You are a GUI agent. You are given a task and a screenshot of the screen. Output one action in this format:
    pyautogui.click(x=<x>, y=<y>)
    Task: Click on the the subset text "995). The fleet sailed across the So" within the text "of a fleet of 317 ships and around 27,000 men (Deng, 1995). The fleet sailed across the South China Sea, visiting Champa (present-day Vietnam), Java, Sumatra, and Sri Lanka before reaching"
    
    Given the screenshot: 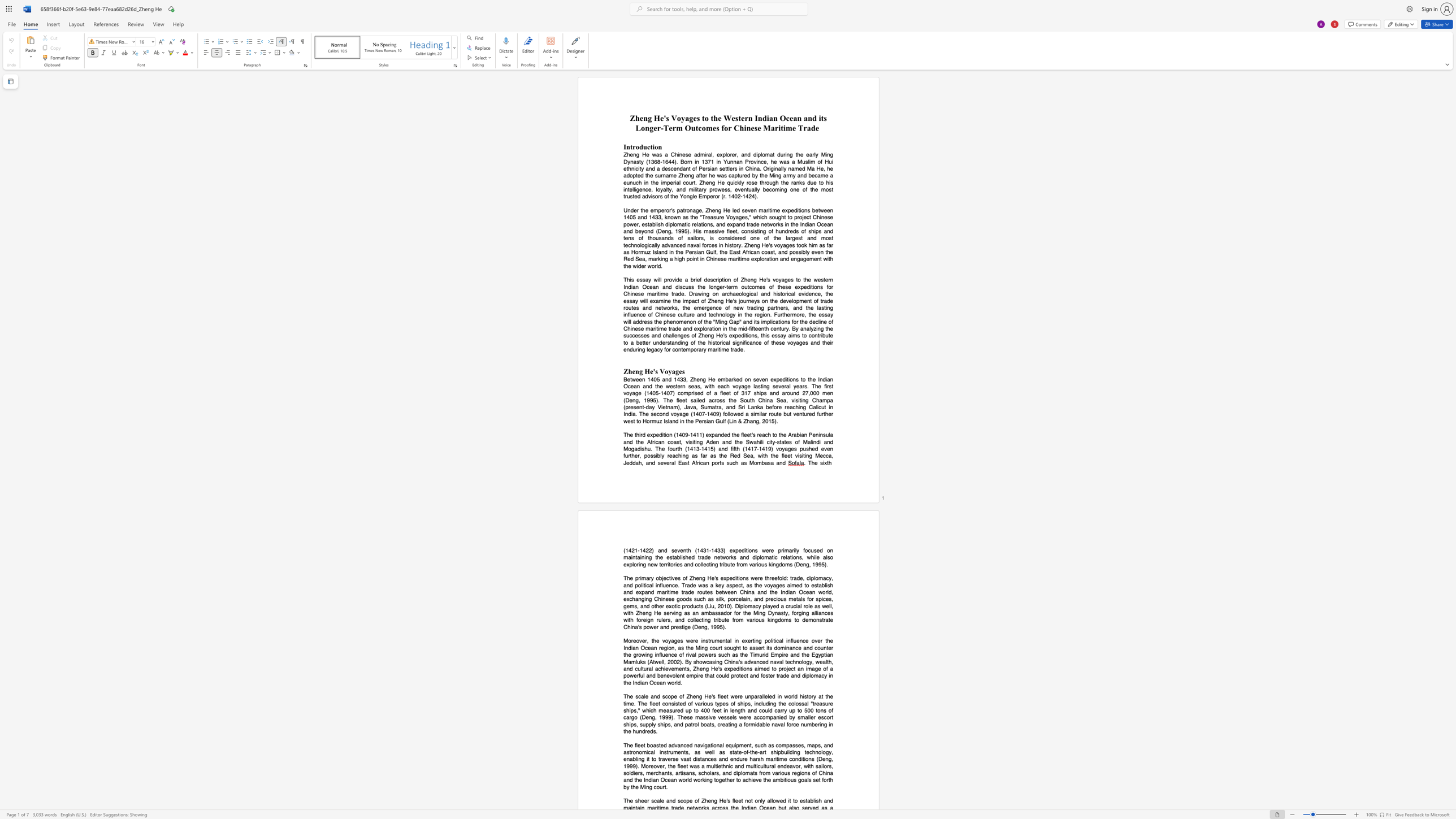 What is the action you would take?
    pyautogui.click(x=647, y=400)
    